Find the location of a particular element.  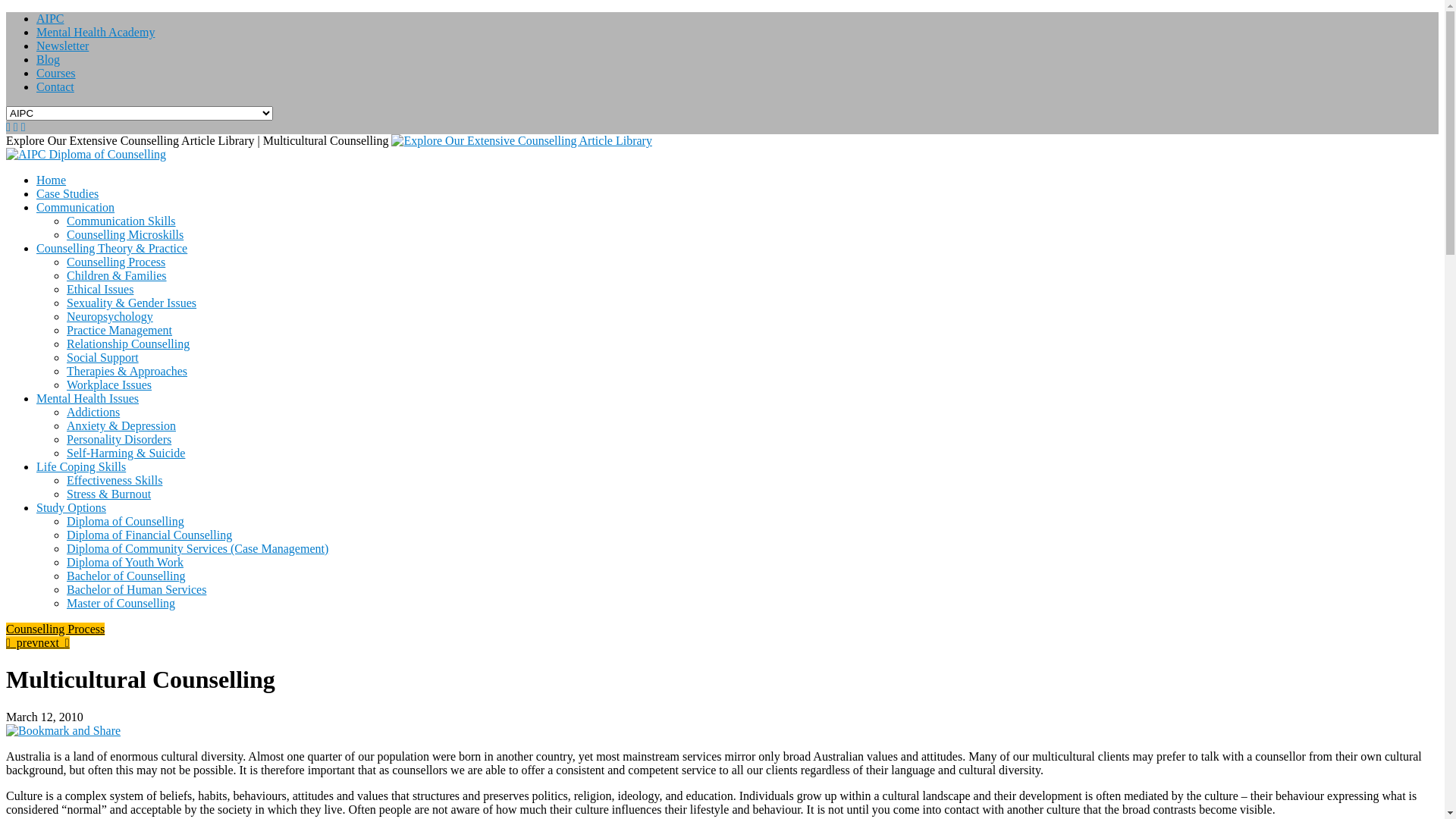

'Children & Families' is located at coordinates (115, 275).